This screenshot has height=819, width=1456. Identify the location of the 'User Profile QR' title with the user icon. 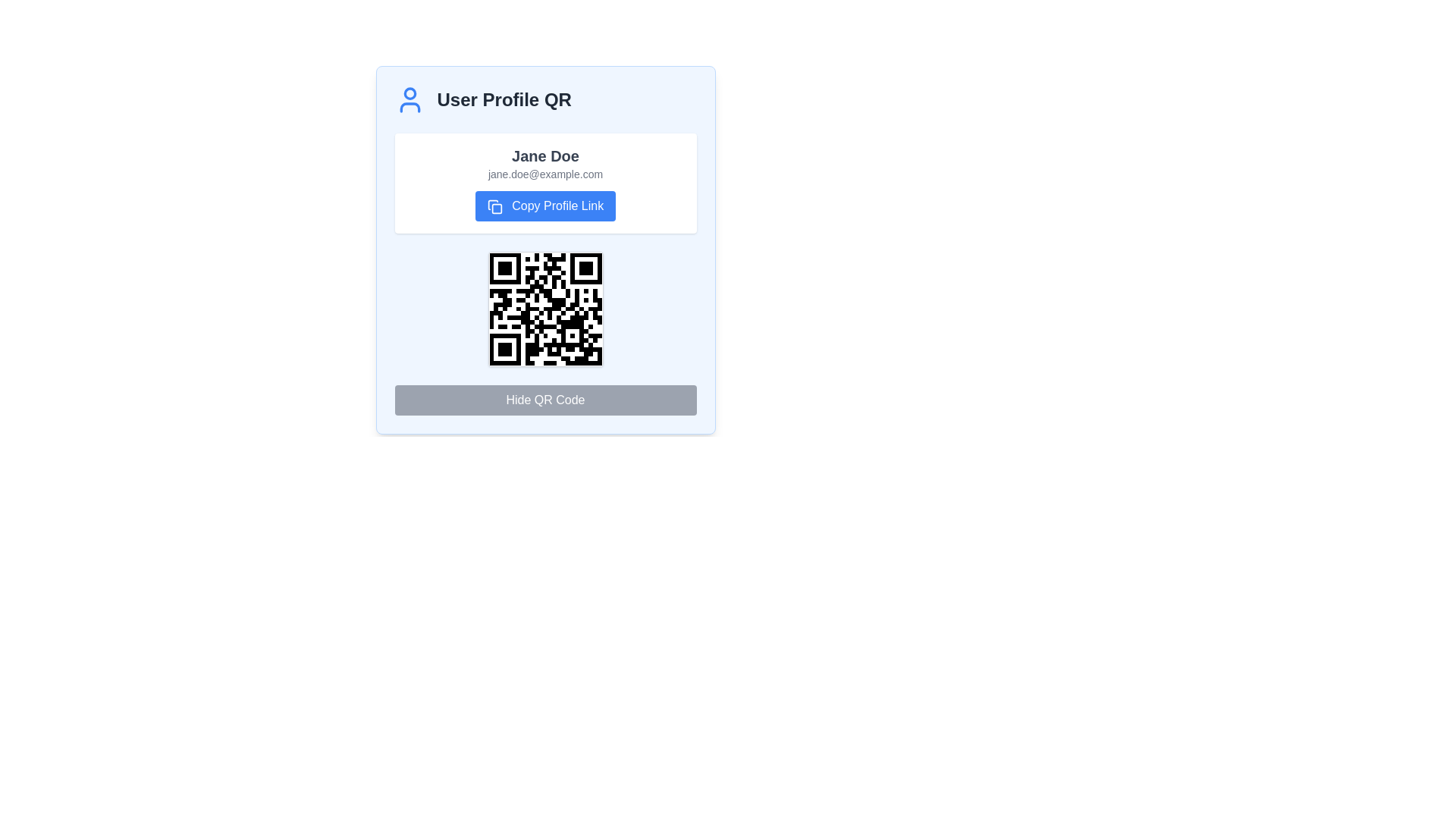
(545, 99).